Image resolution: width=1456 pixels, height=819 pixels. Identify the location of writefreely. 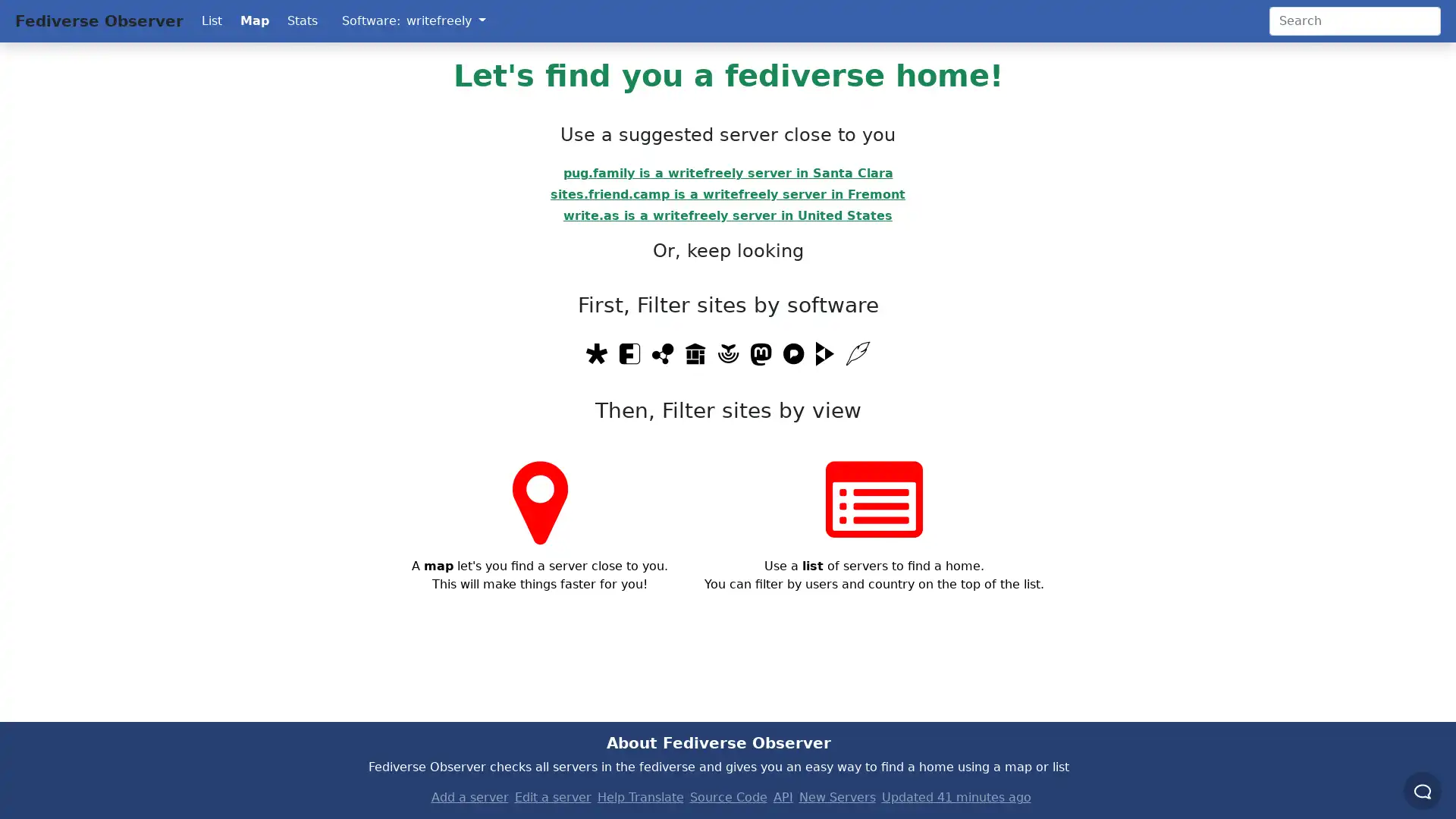
(445, 20).